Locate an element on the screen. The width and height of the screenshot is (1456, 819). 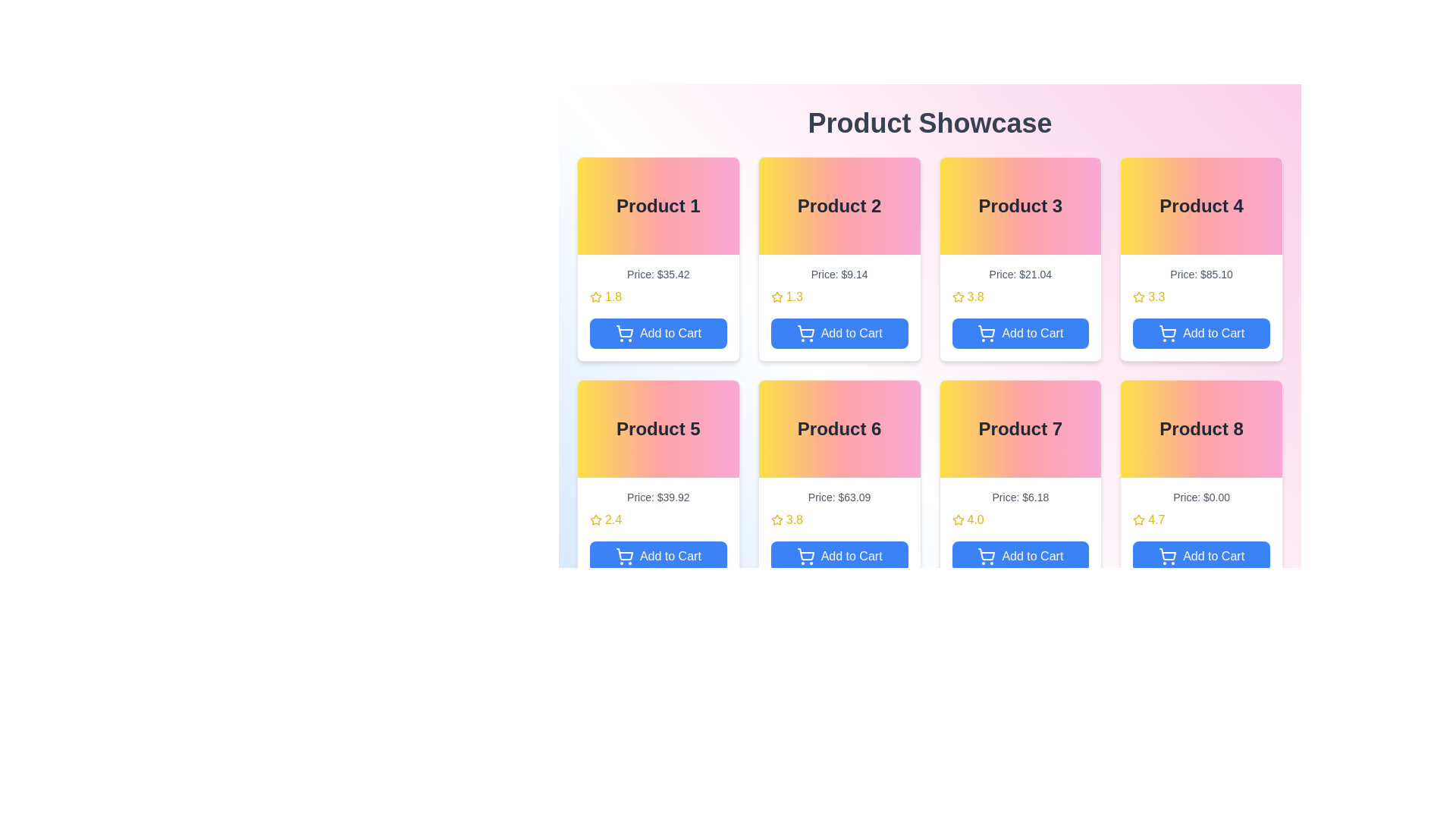
the third 'Add to Cart' button in the top row of the grid layout is located at coordinates (1020, 332).